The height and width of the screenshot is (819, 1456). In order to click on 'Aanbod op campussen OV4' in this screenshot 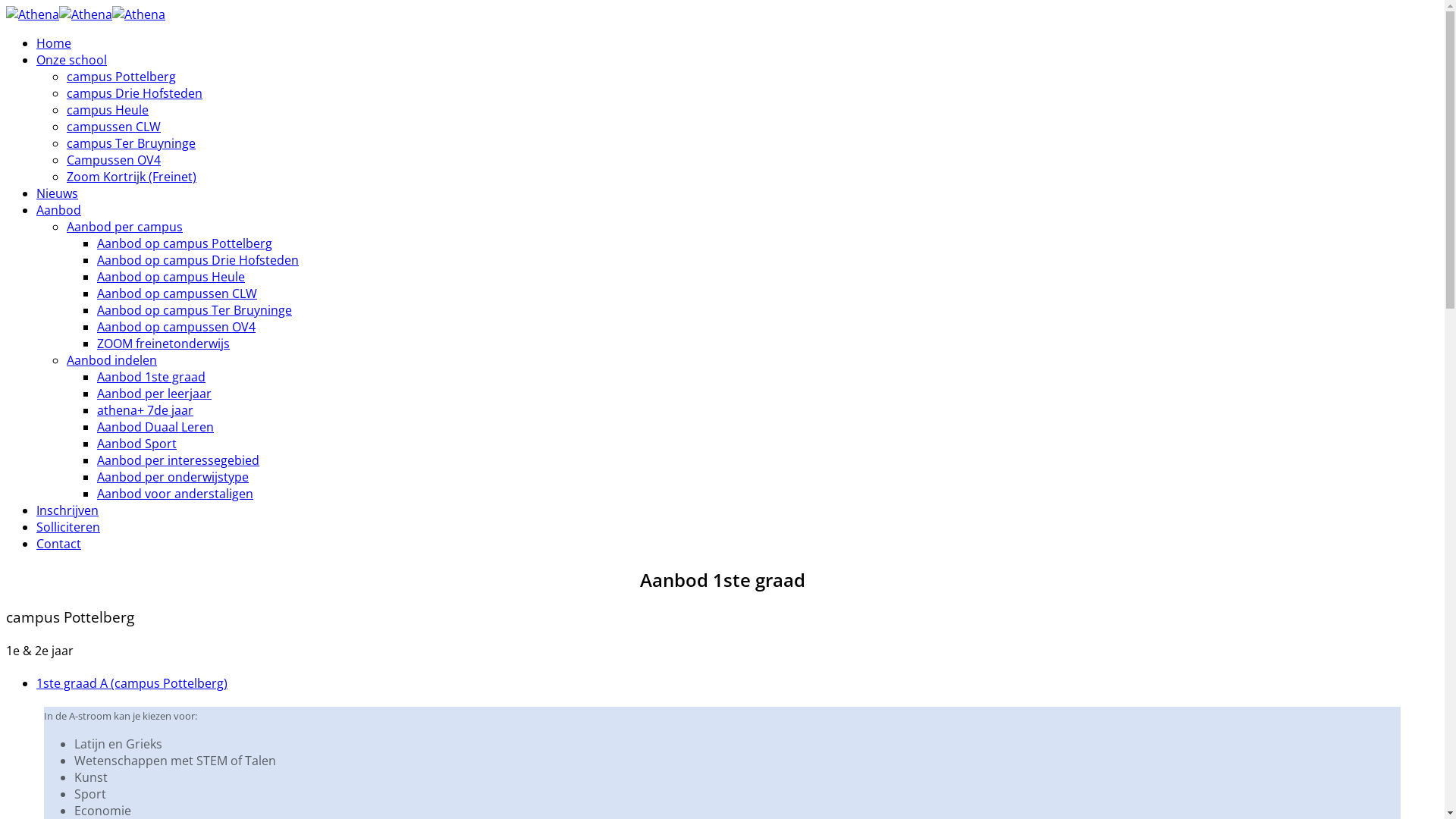, I will do `click(96, 326)`.